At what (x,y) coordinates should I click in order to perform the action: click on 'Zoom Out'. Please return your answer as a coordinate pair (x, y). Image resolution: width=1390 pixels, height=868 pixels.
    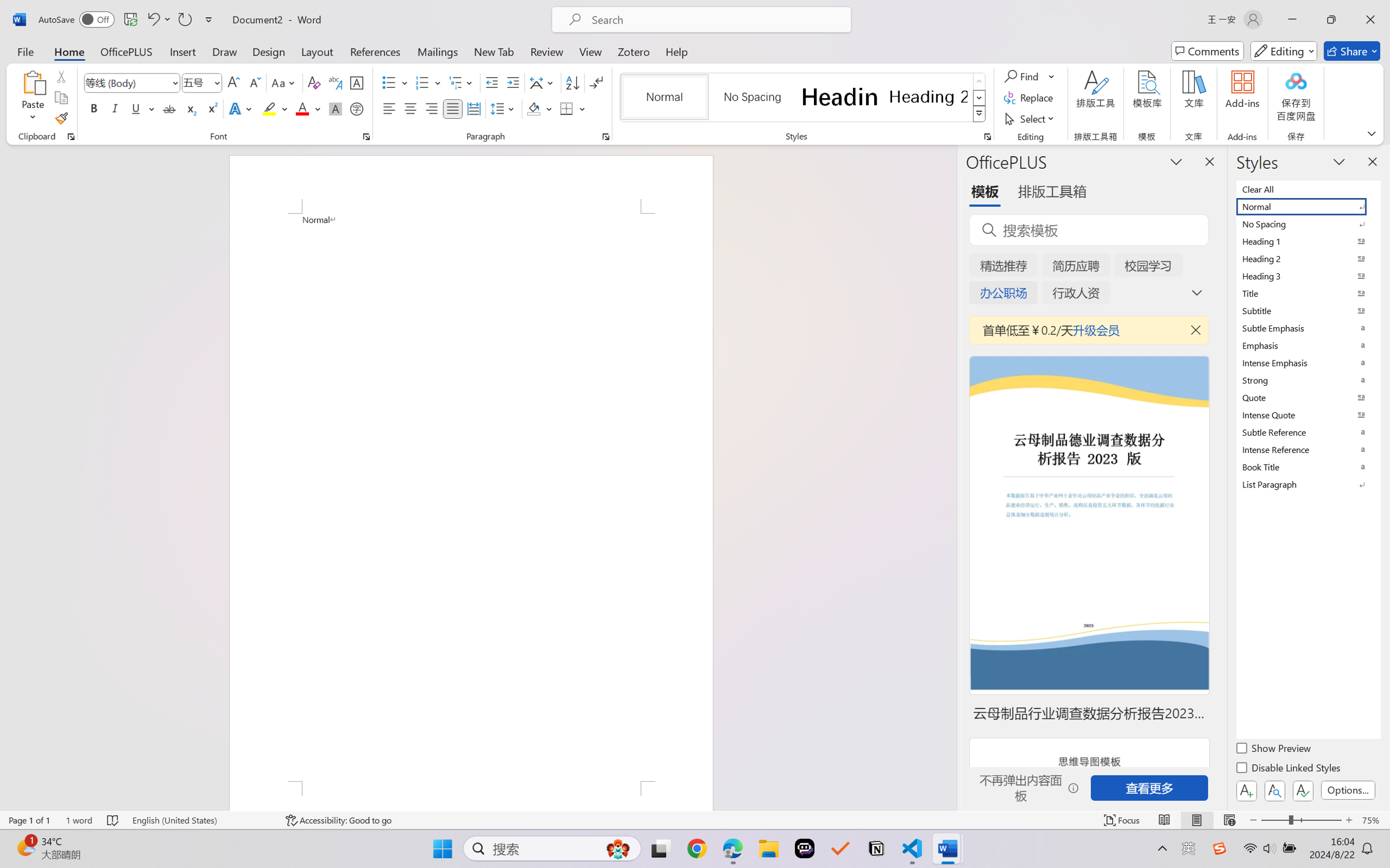
    Looking at the image, I should click on (1274, 820).